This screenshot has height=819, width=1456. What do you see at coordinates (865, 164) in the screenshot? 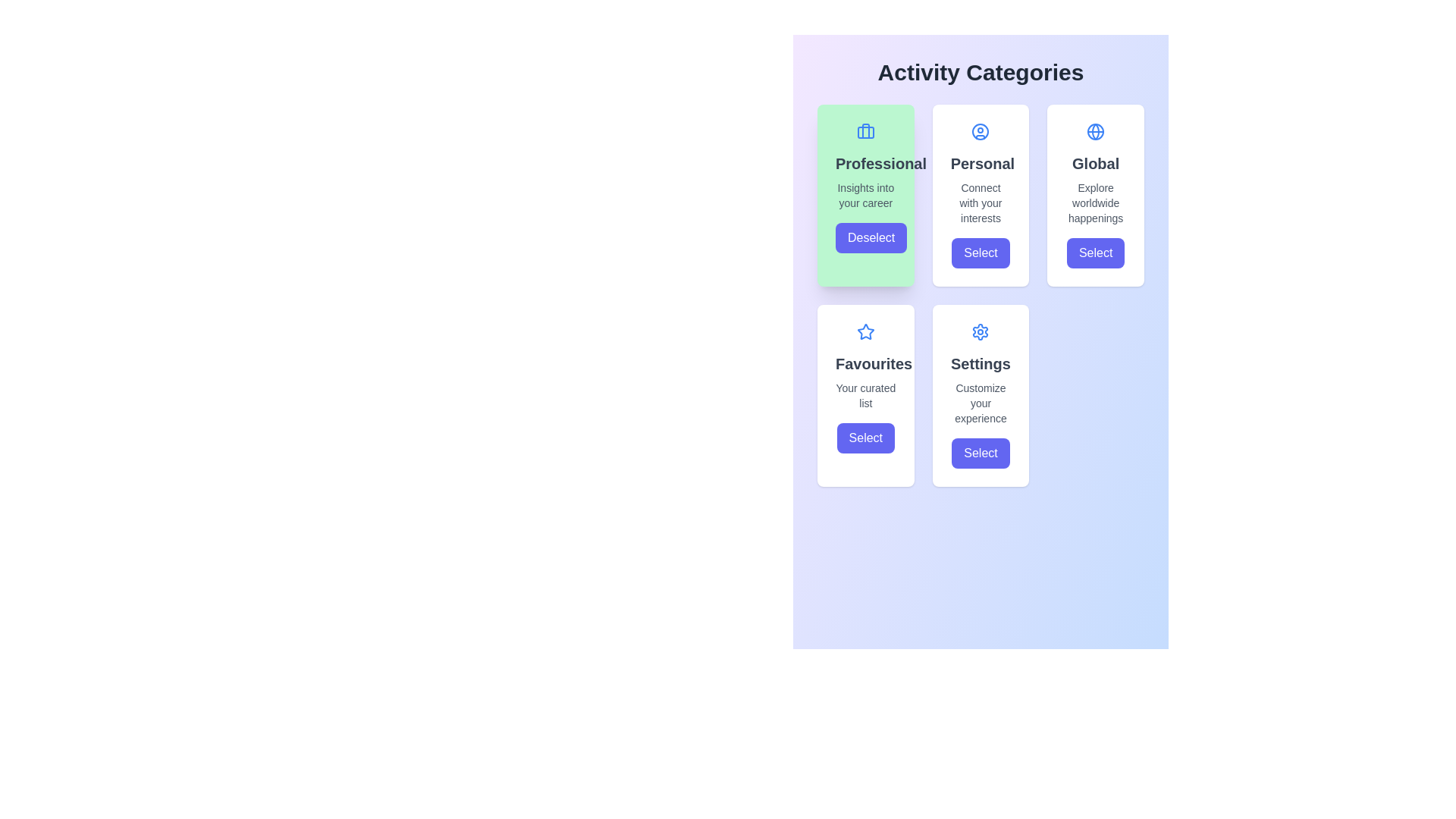
I see `the text label 'Professional', which serves as a heading within the 'Activity Categories' panel` at bounding box center [865, 164].